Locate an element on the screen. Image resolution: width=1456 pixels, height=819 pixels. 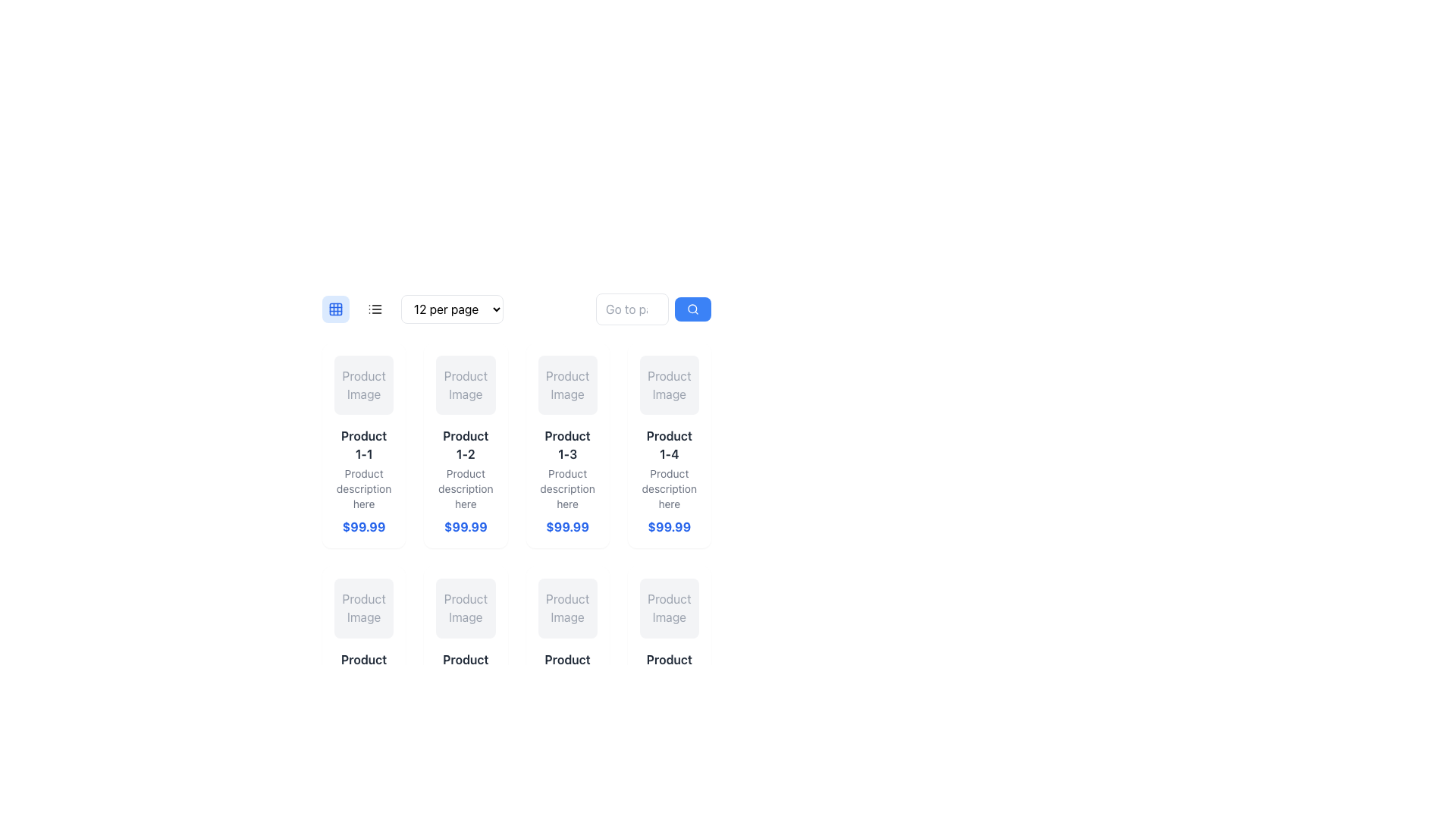
the static text element located in the second column under 'Product 1-2', which is above the price '$99.99' is located at coordinates (465, 489).